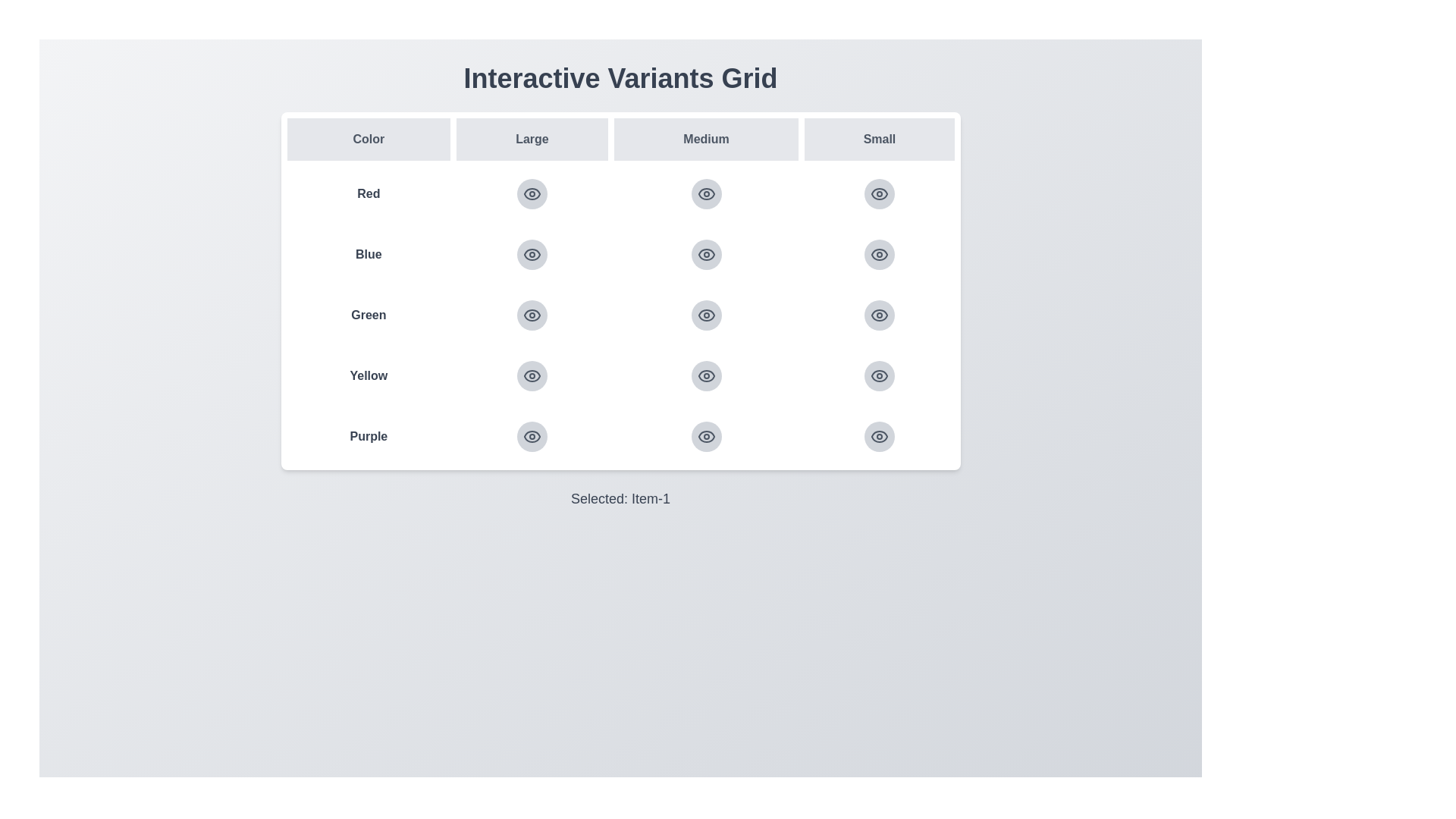 The height and width of the screenshot is (819, 1456). Describe the element at coordinates (532, 315) in the screenshot. I see `the toggle button for managing visibility settings related to the 'Green, Large' category` at that location.